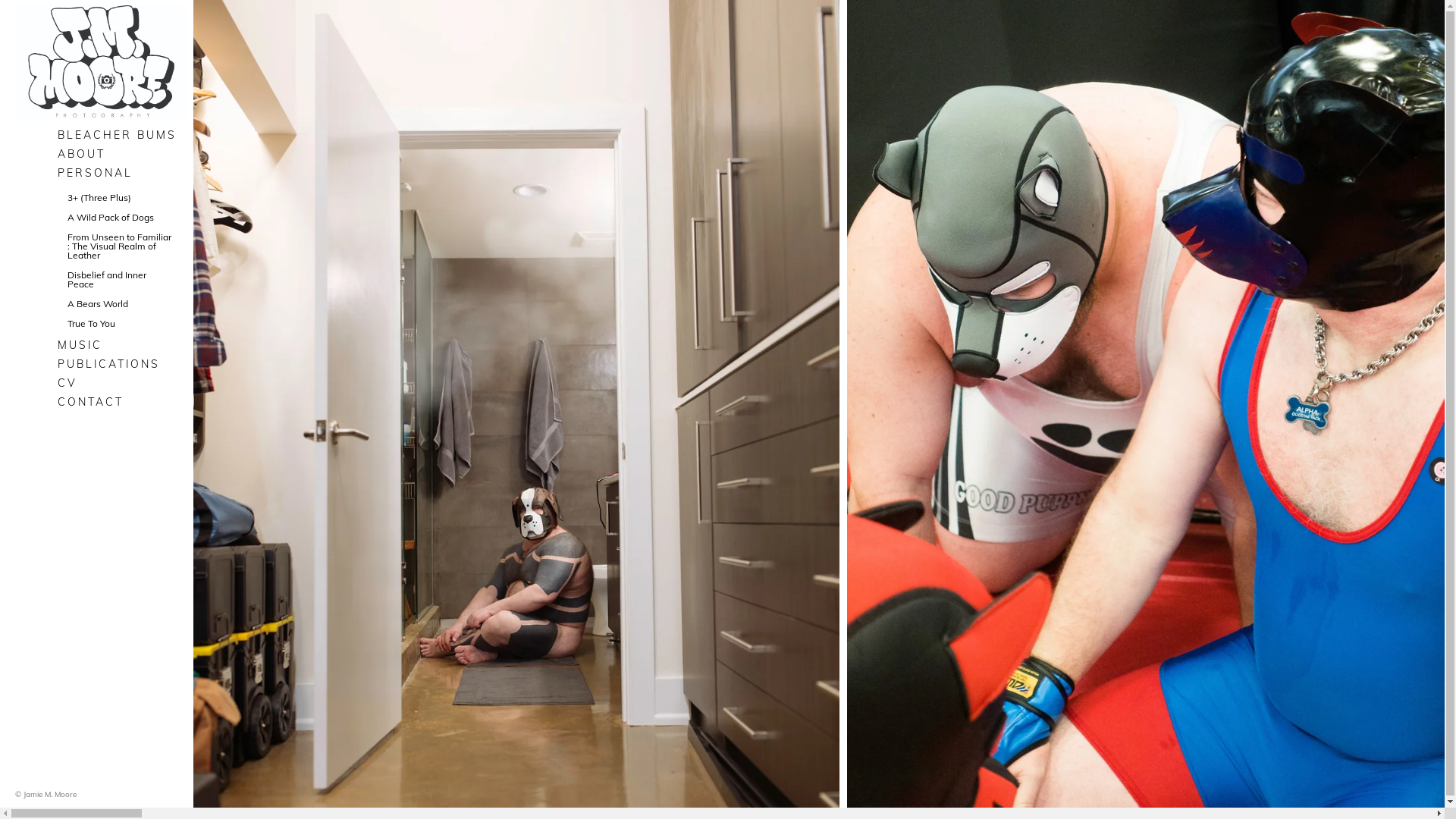 This screenshot has width=1456, height=819. I want to click on 'PERSONAL', so click(118, 171).